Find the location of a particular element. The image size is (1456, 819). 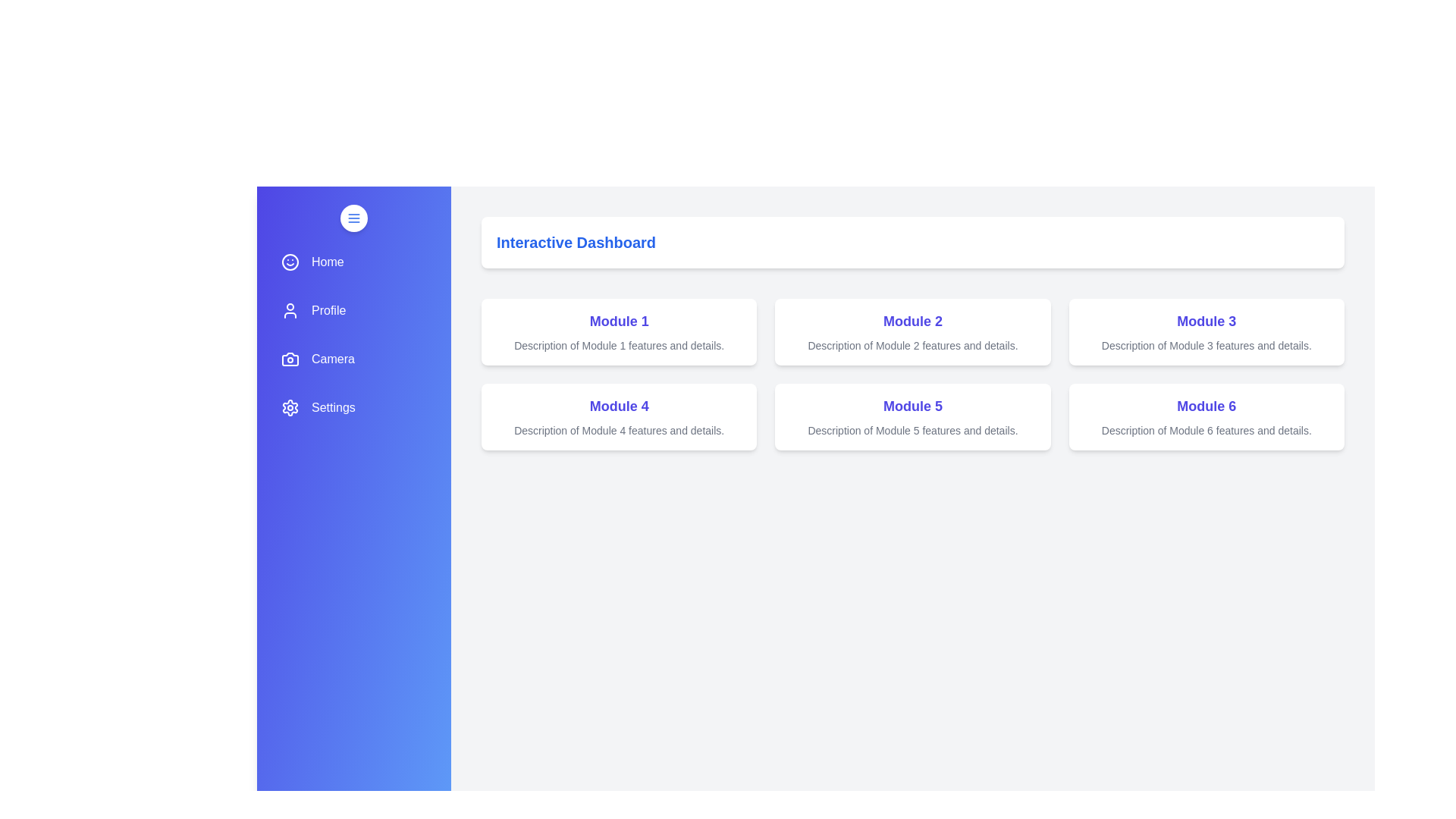

the 'Camera' text label in the sidebar navigation menu is located at coordinates (331, 359).